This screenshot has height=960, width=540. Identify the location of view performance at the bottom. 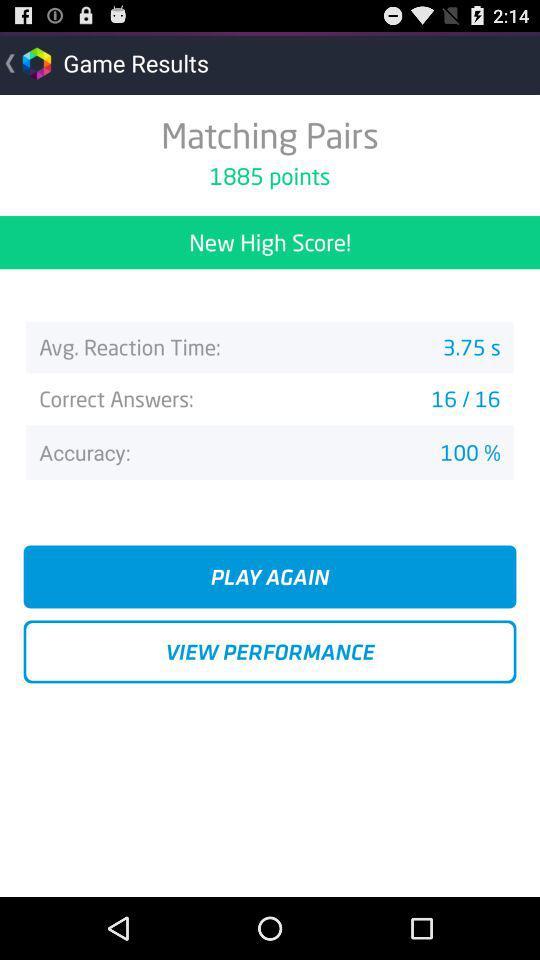
(270, 650).